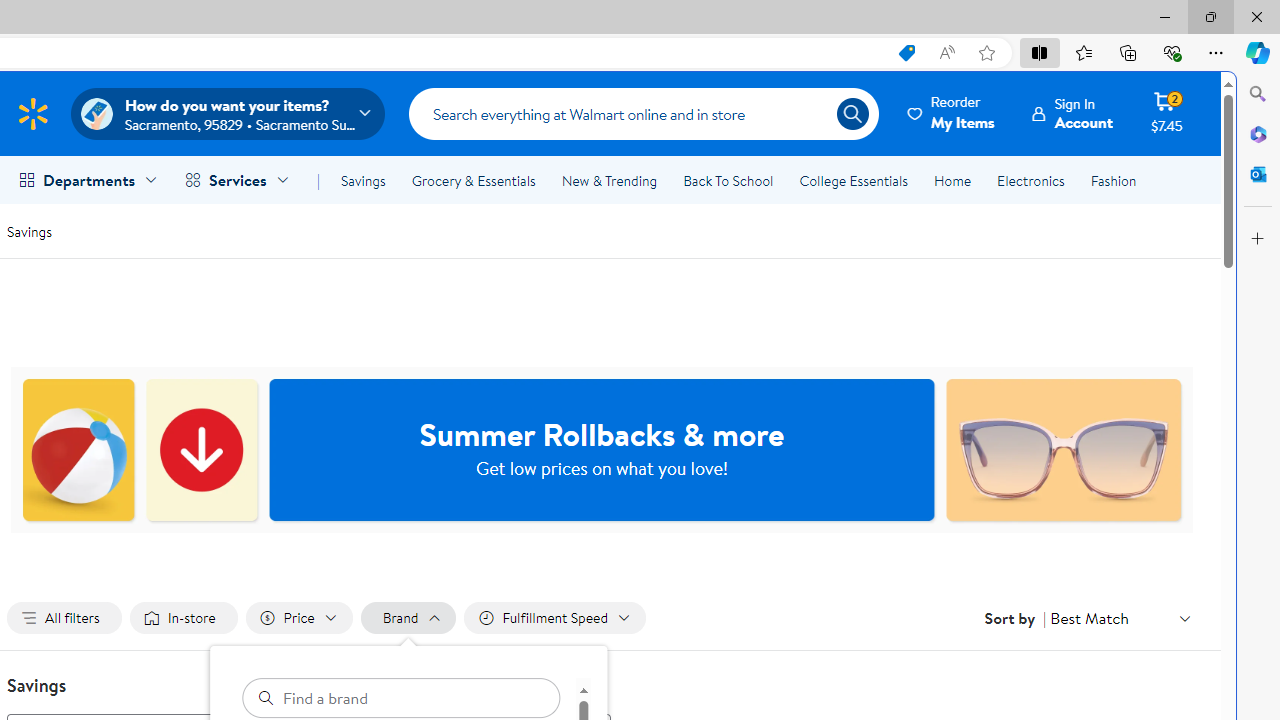  What do you see at coordinates (64, 617) in the screenshot?
I see `'All filters none applied, activate to change'` at bounding box center [64, 617].